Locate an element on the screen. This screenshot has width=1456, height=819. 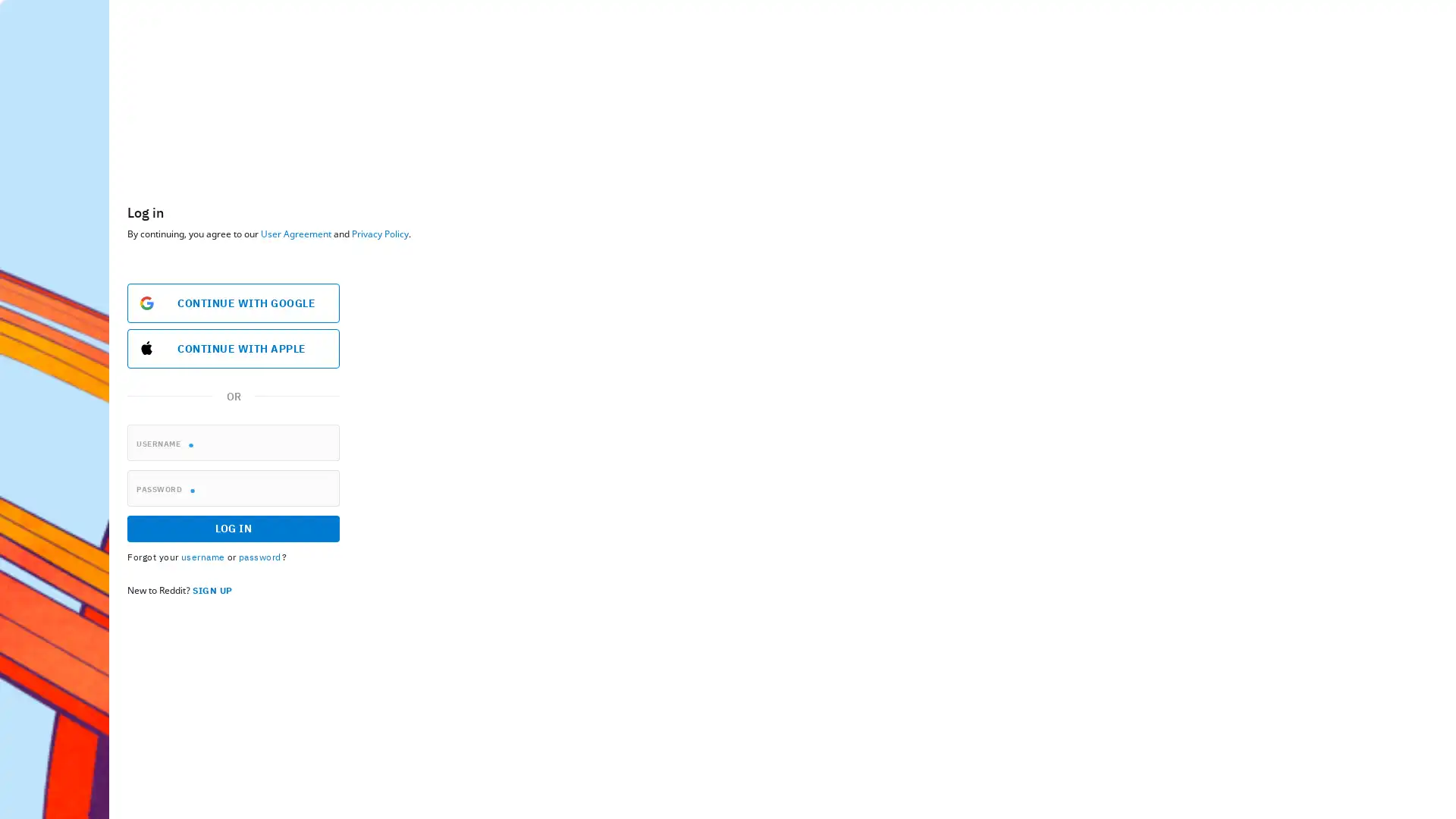
LOG IN is located at coordinates (232, 527).